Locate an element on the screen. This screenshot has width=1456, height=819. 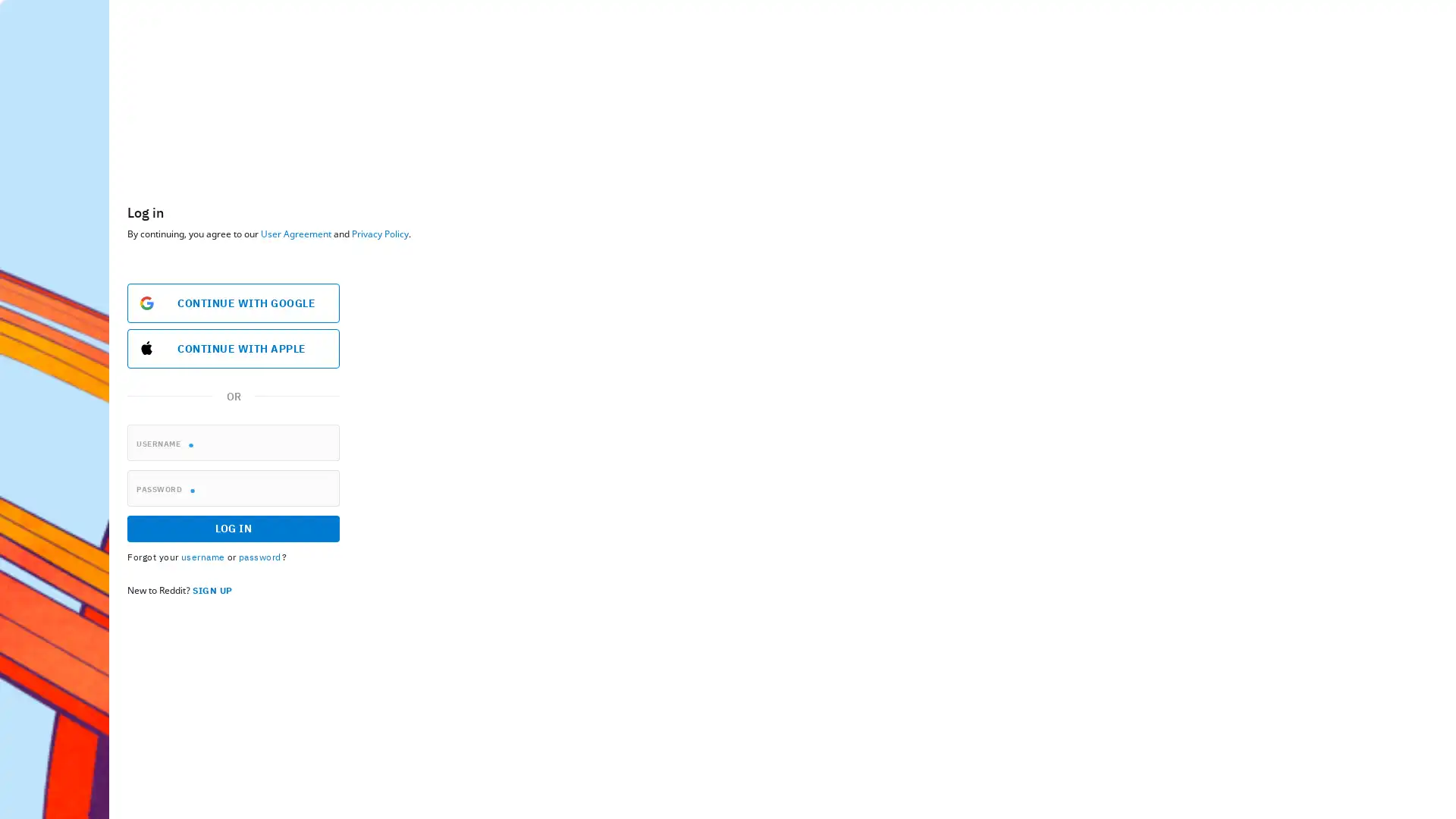
LOG IN is located at coordinates (232, 527).